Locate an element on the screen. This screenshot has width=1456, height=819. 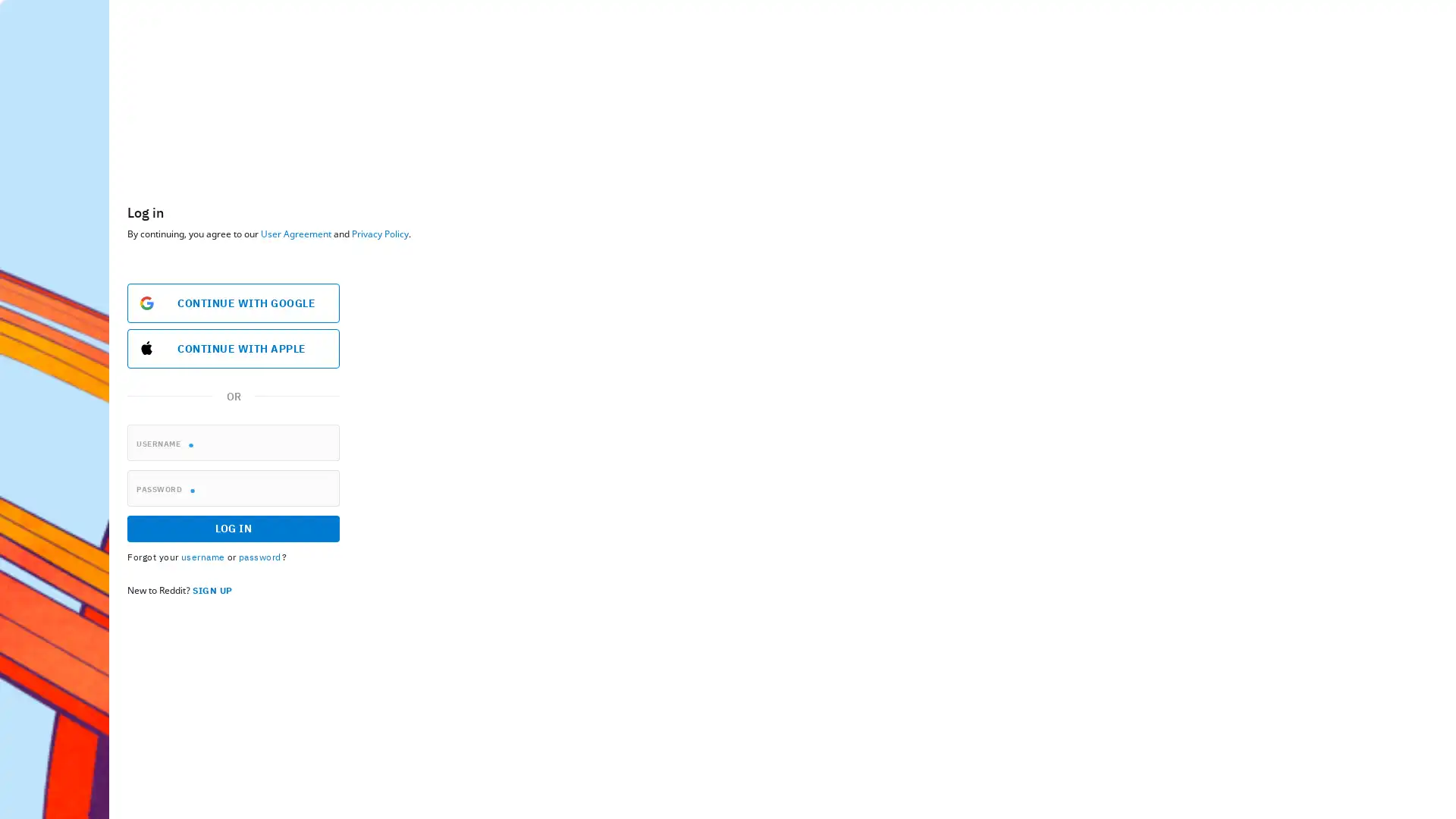
LOG IN is located at coordinates (232, 527).